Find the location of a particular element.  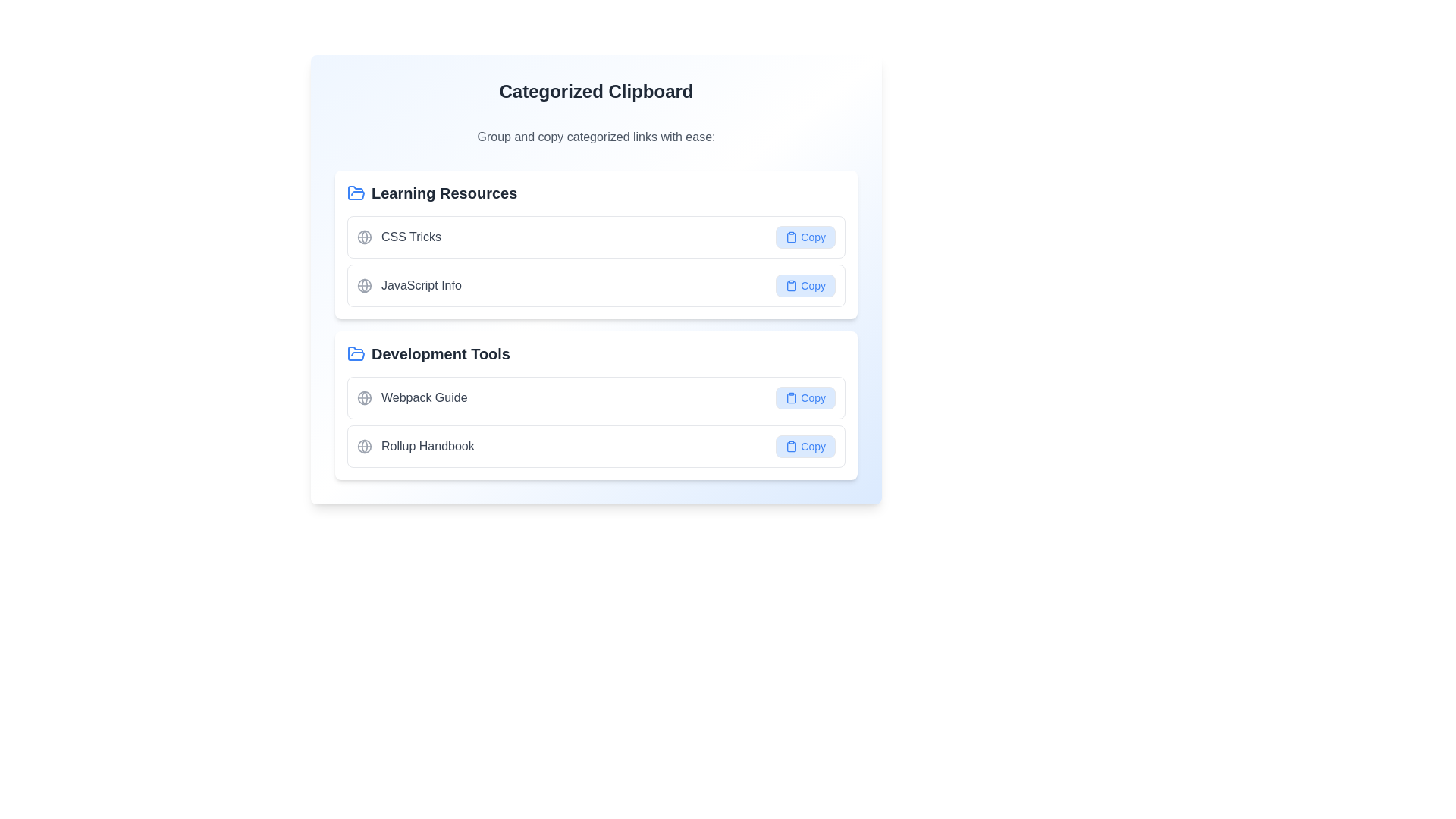

the circular SVG graphic component that is part of the globe icon located to the left of the 'Webpack Guide' text label in the 'Development Tools' section is located at coordinates (364, 446).